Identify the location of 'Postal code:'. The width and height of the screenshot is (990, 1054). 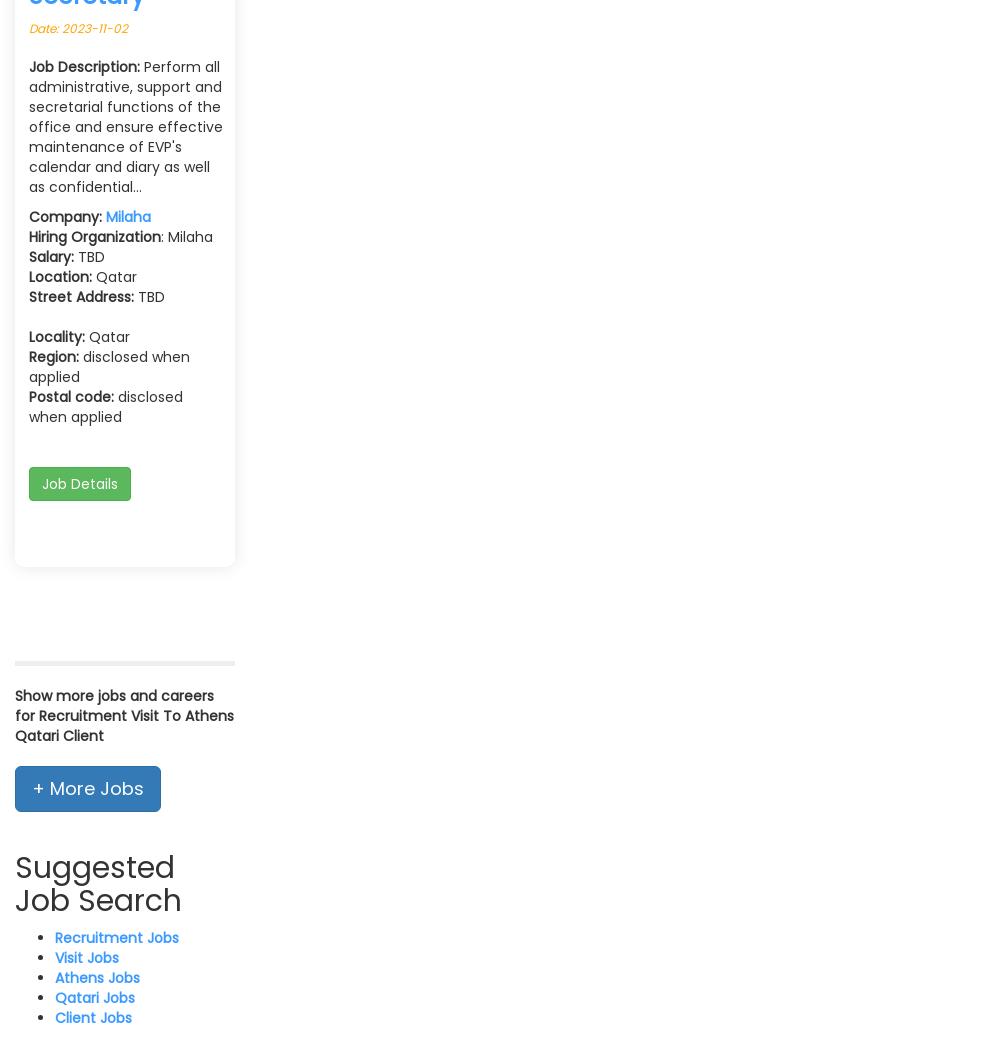
(28, 394).